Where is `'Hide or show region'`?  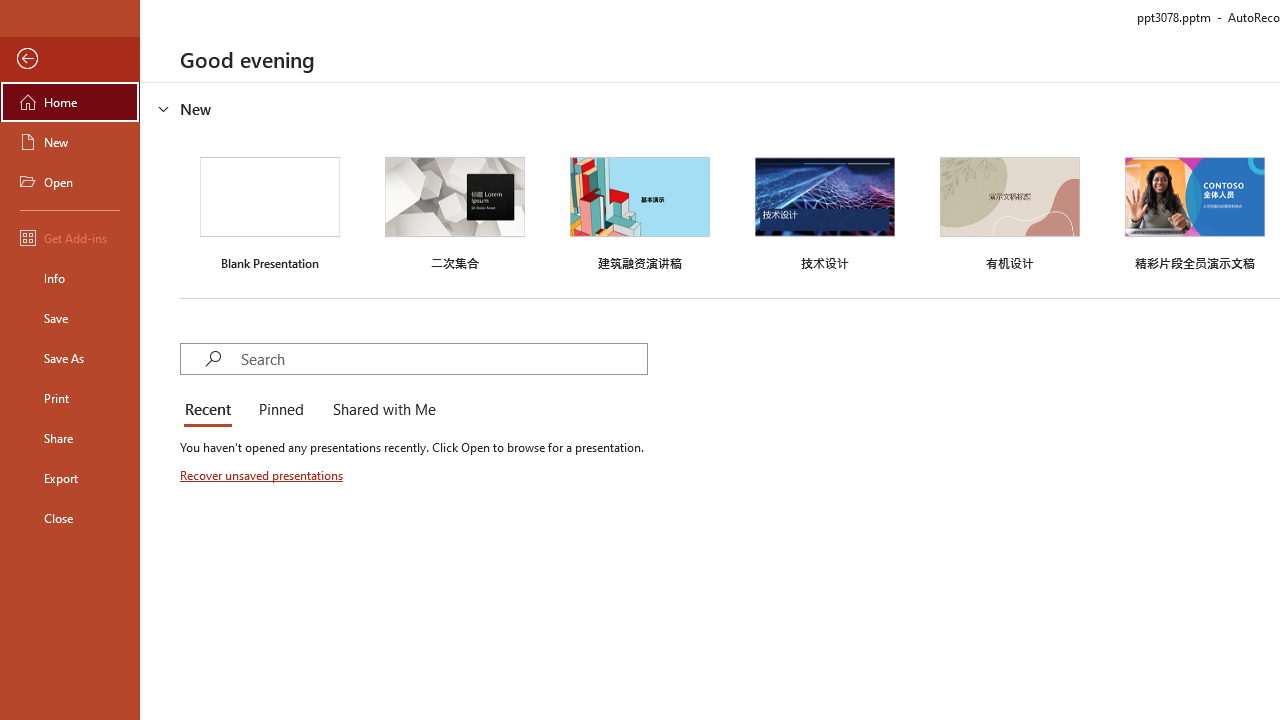
'Hide or show region' is located at coordinates (164, 109).